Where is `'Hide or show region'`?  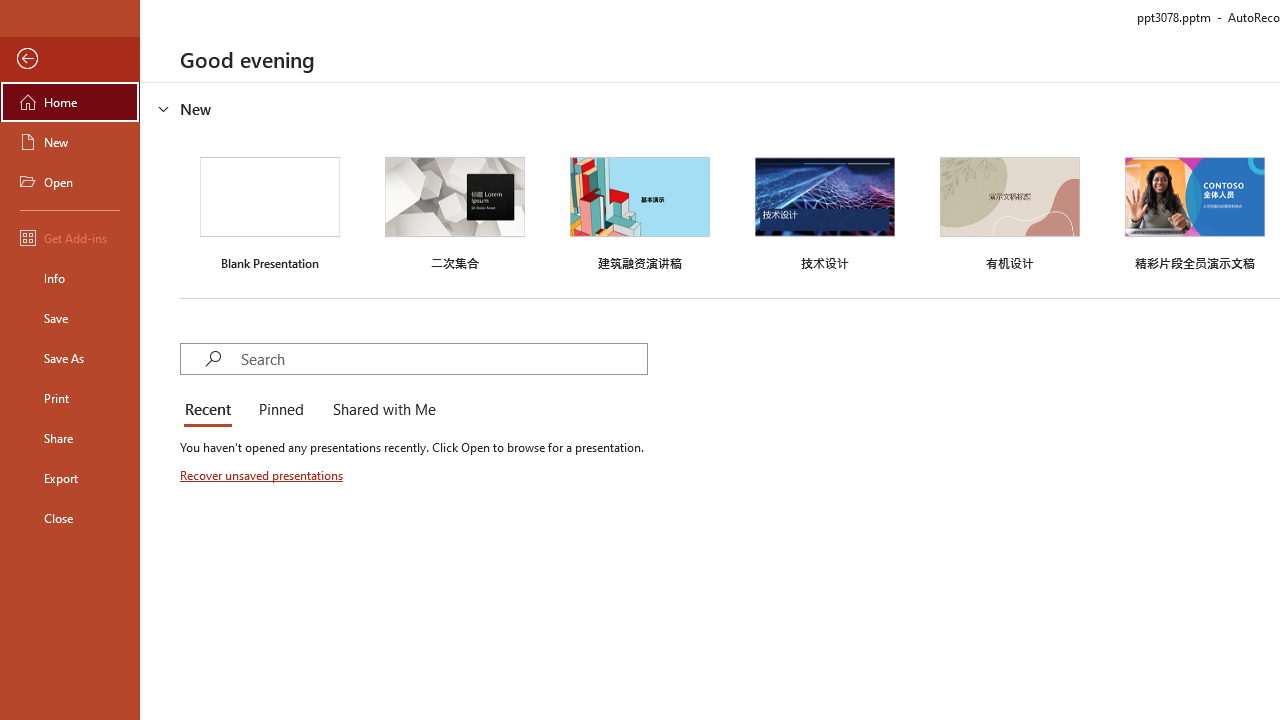
'Hide or show region' is located at coordinates (164, 109).